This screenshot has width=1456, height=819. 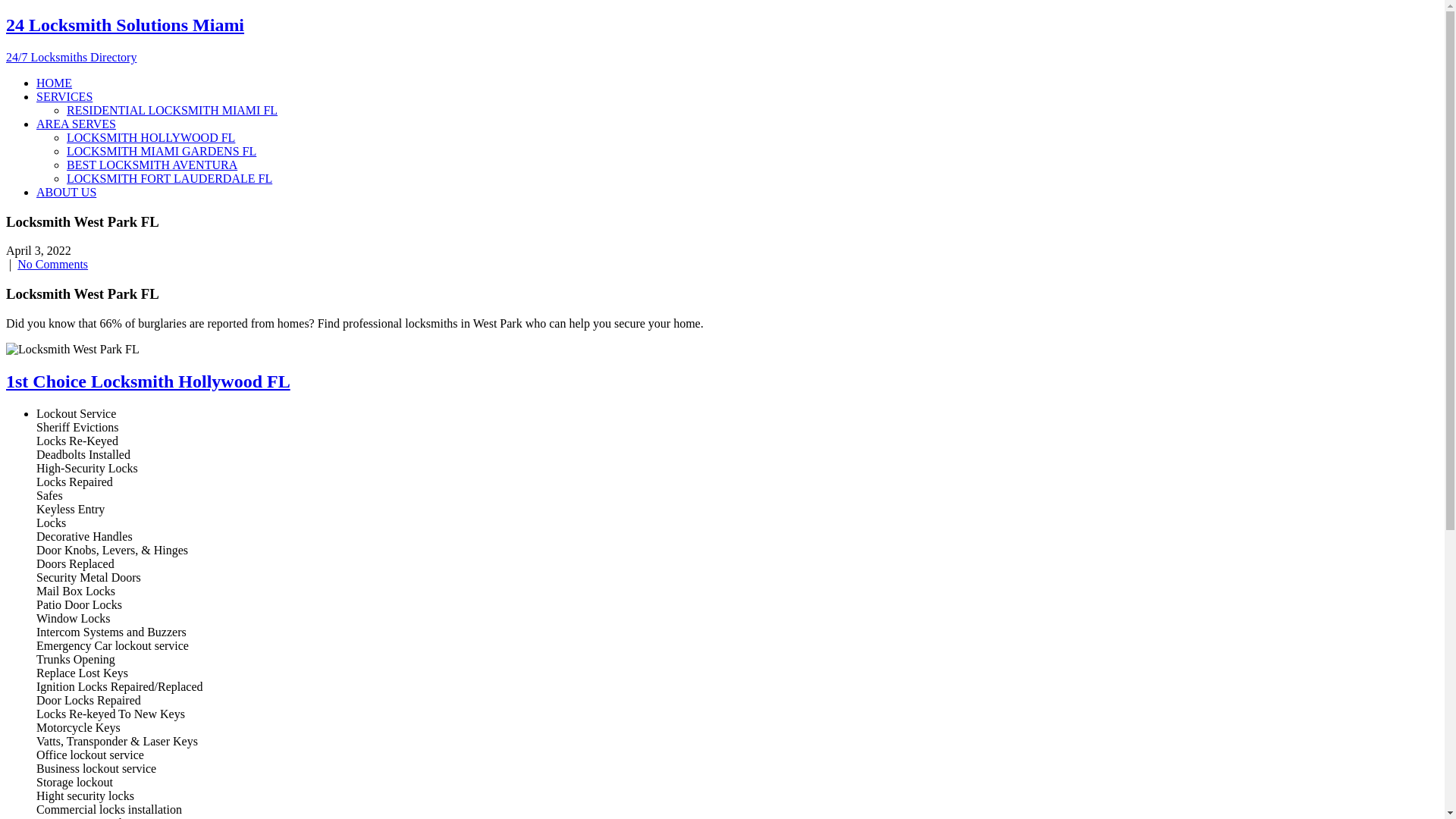 I want to click on '24 Locksmith Solutions Miami, so click(x=6, y=39).